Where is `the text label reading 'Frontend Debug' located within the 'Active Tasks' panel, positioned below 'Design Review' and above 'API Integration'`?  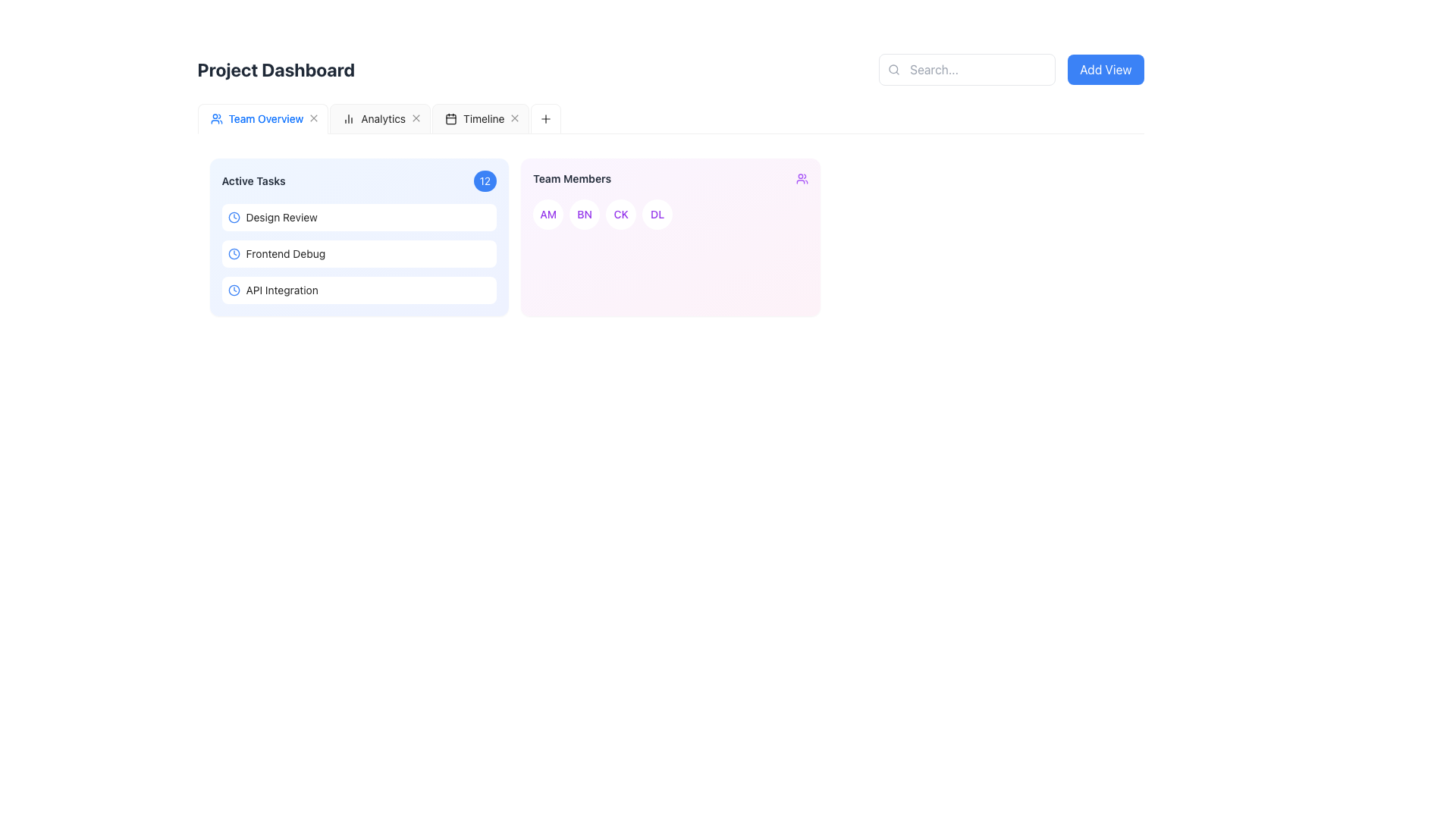 the text label reading 'Frontend Debug' located within the 'Active Tasks' panel, positioned below 'Design Review' and above 'API Integration' is located at coordinates (285, 253).